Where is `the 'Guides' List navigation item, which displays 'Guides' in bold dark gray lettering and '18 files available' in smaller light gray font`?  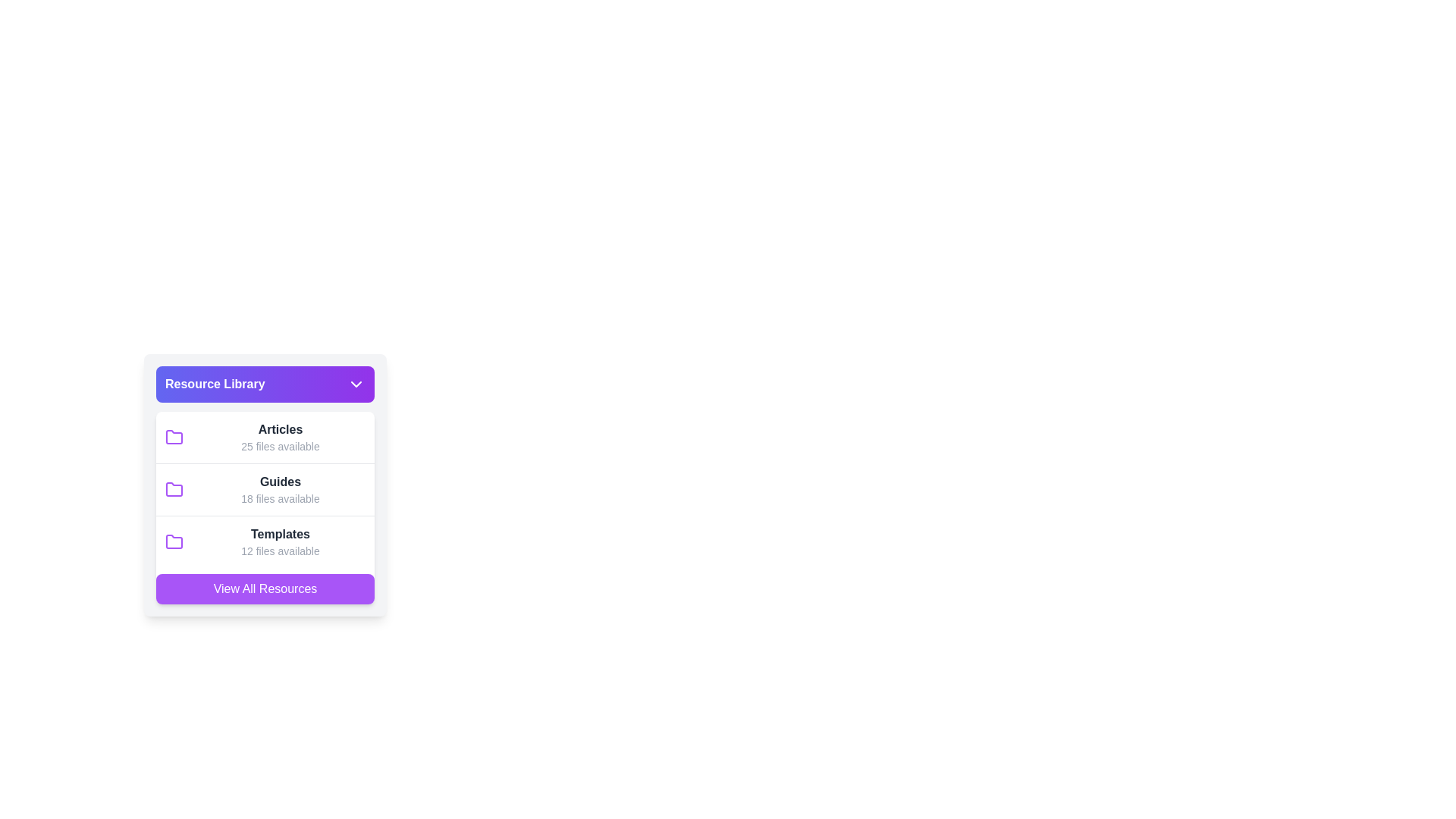
the 'Guides' List navigation item, which displays 'Guides' in bold dark gray lettering and '18 files available' in smaller light gray font is located at coordinates (280, 489).